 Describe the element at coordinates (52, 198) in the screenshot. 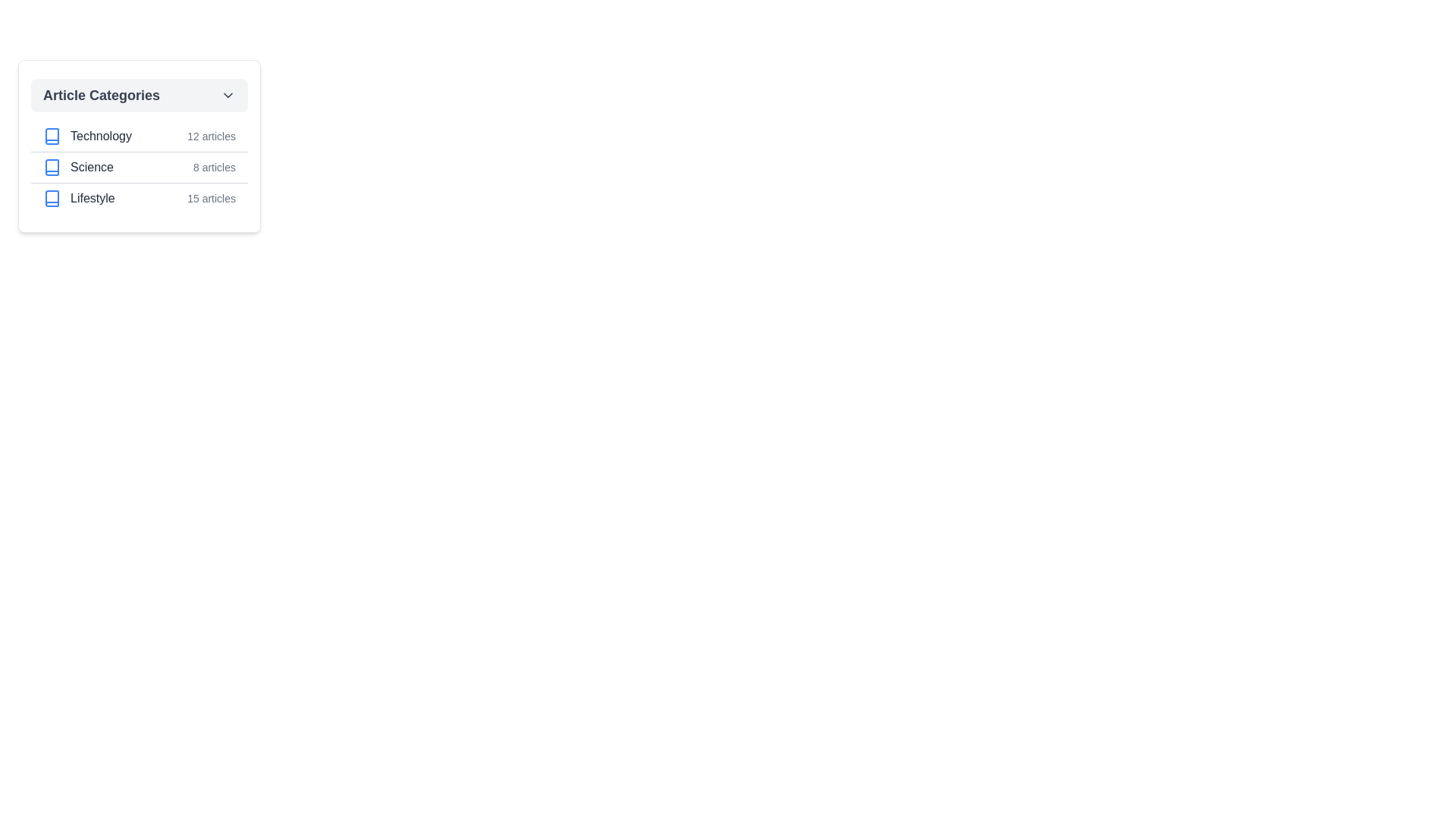

I see `the blue book icon representing the 'Lifestyle' category, located within the third list item labeled 'Lifestyle 15 articles.'` at that location.